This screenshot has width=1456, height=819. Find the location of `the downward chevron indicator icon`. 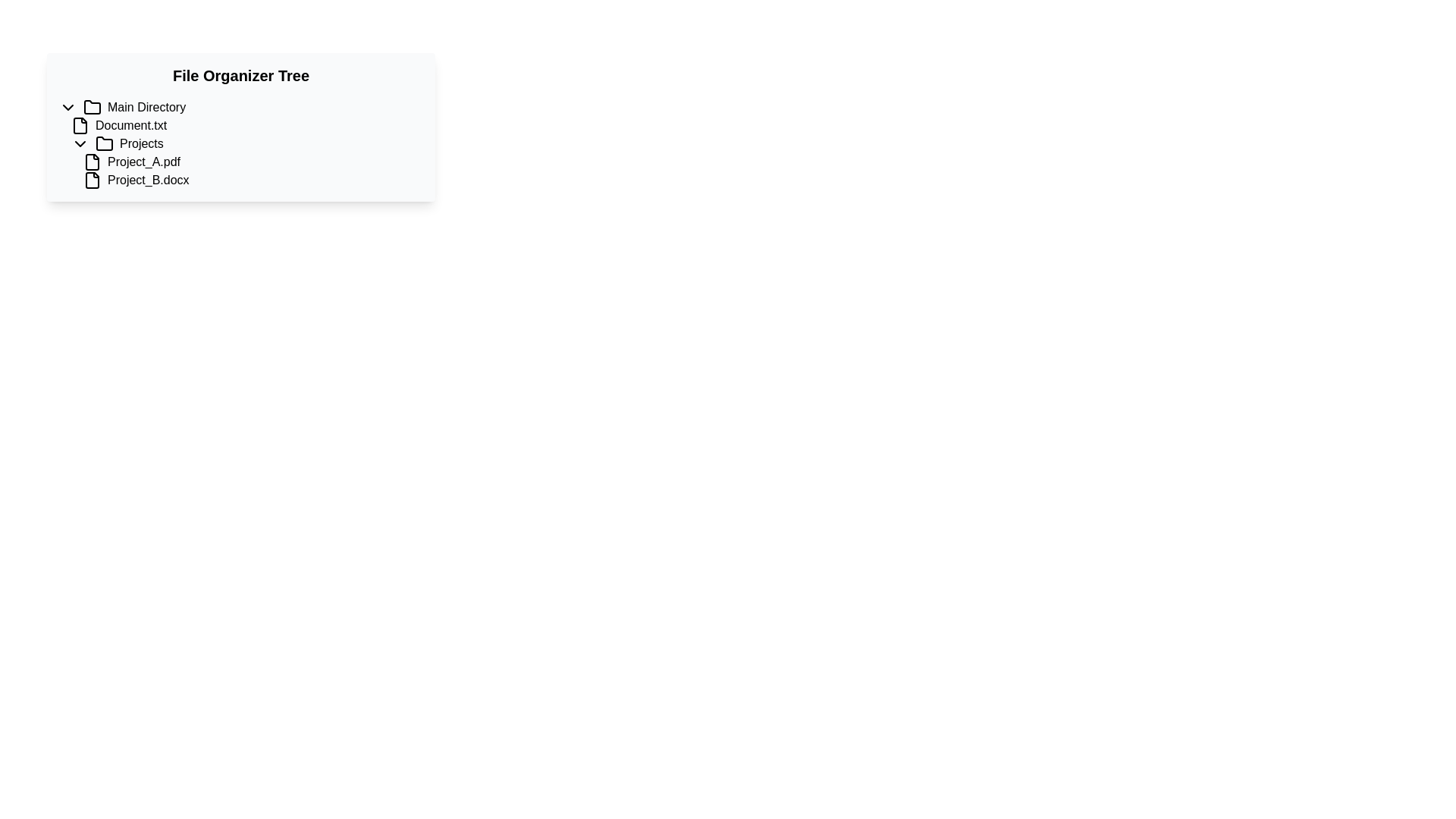

the downward chevron indicator icon is located at coordinates (79, 143).